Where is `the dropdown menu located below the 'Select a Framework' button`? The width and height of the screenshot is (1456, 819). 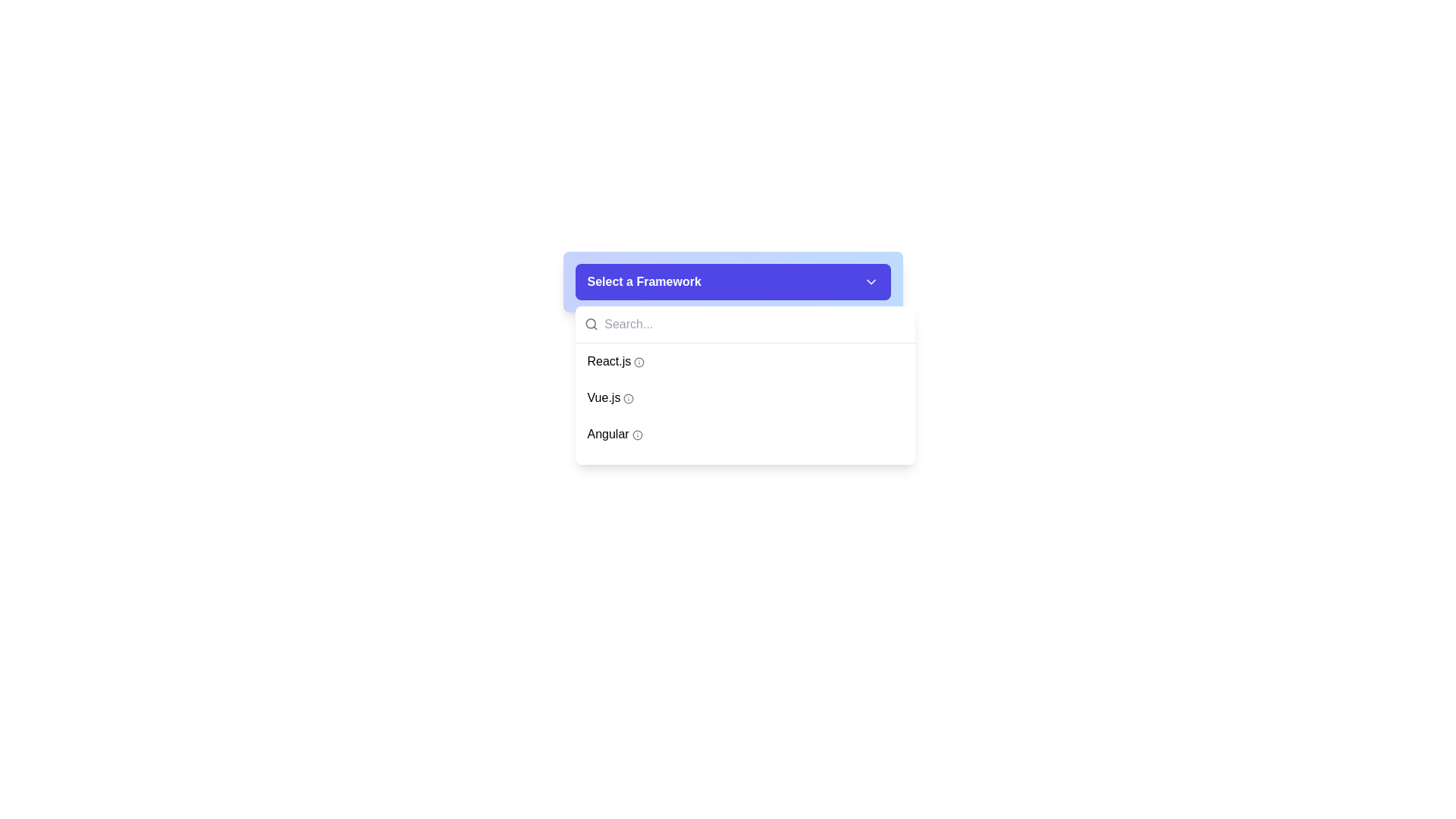 the dropdown menu located below the 'Select a Framework' button is located at coordinates (745, 384).